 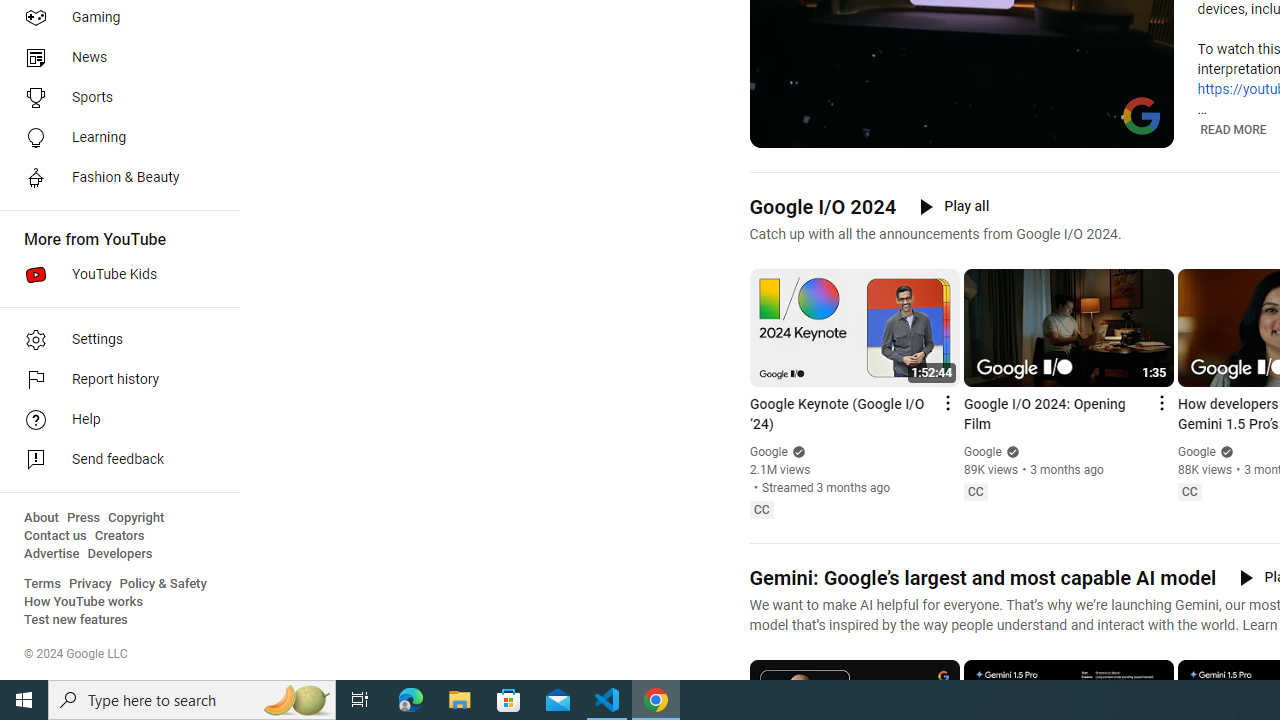 What do you see at coordinates (163, 584) in the screenshot?
I see `'Policy & Safety'` at bounding box center [163, 584].